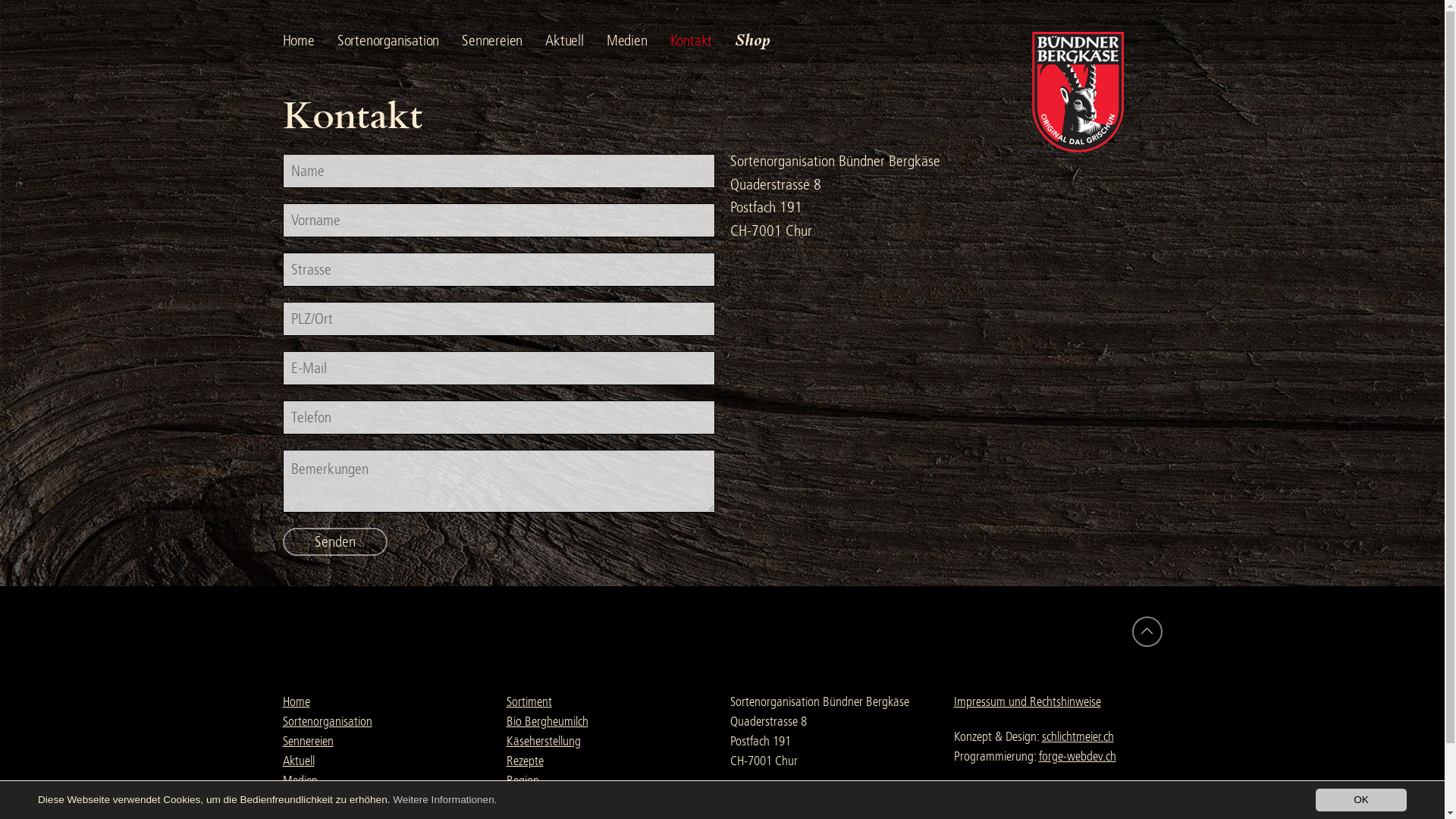  Describe the element at coordinates (529, 701) in the screenshot. I see `'Sortiment'` at that location.